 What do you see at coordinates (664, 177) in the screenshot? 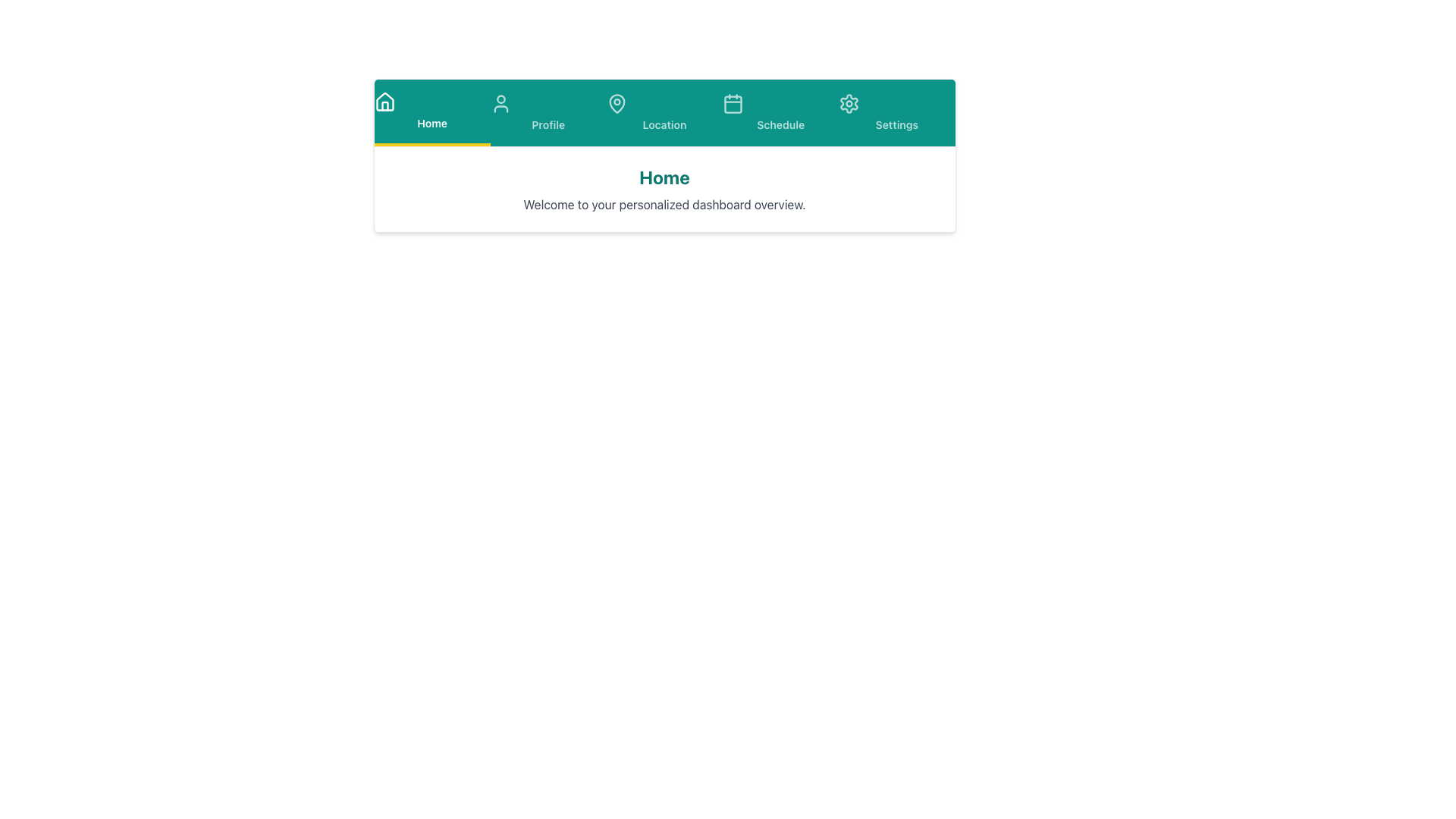
I see `text label that serves as the title or header, indicating the current active section or page within the interface, located above the secondary text line` at bounding box center [664, 177].